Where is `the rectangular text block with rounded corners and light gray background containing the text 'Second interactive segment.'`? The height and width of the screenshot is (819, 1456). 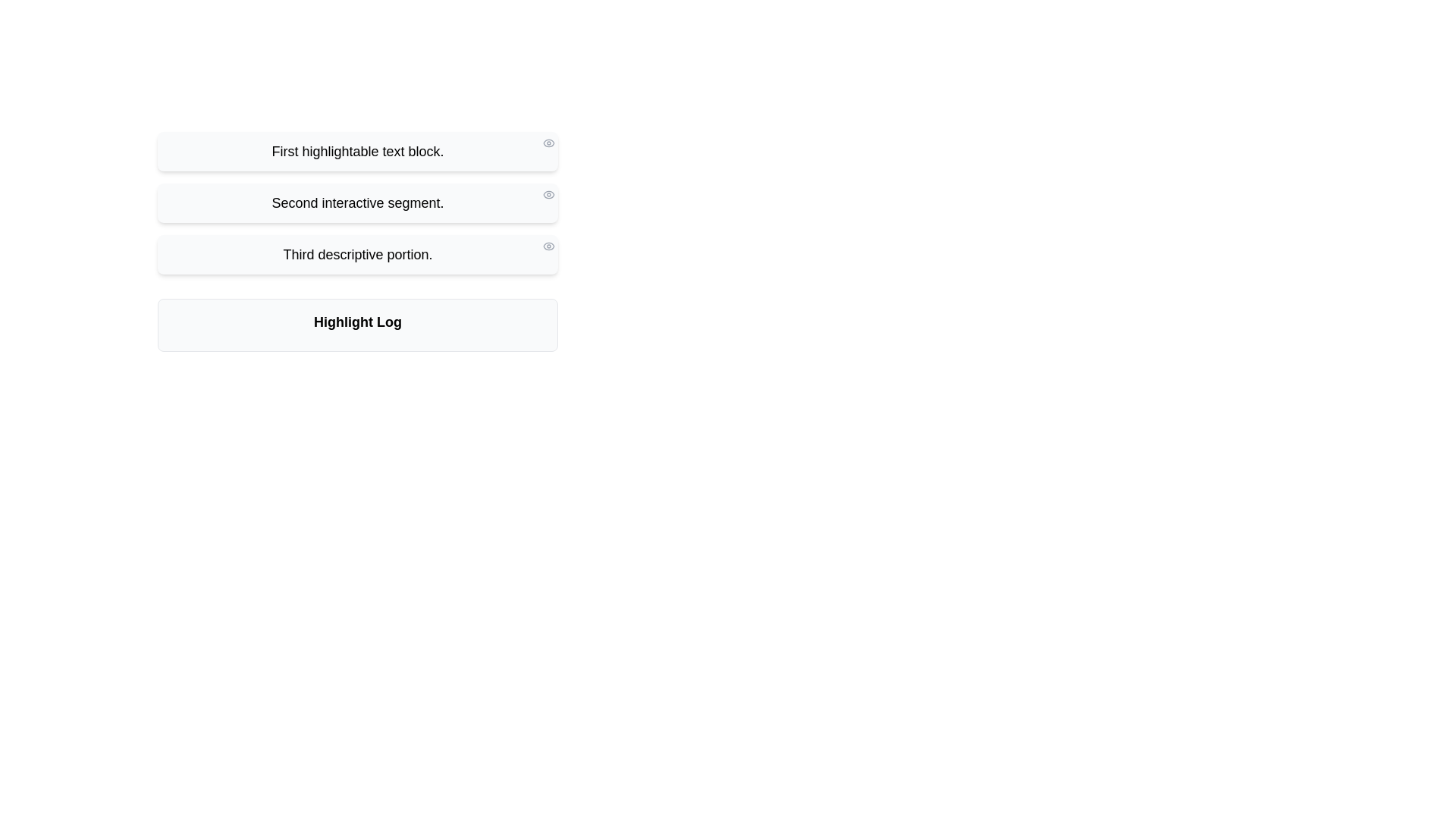
the rectangular text block with rounded corners and light gray background containing the text 'Second interactive segment.' is located at coordinates (356, 202).